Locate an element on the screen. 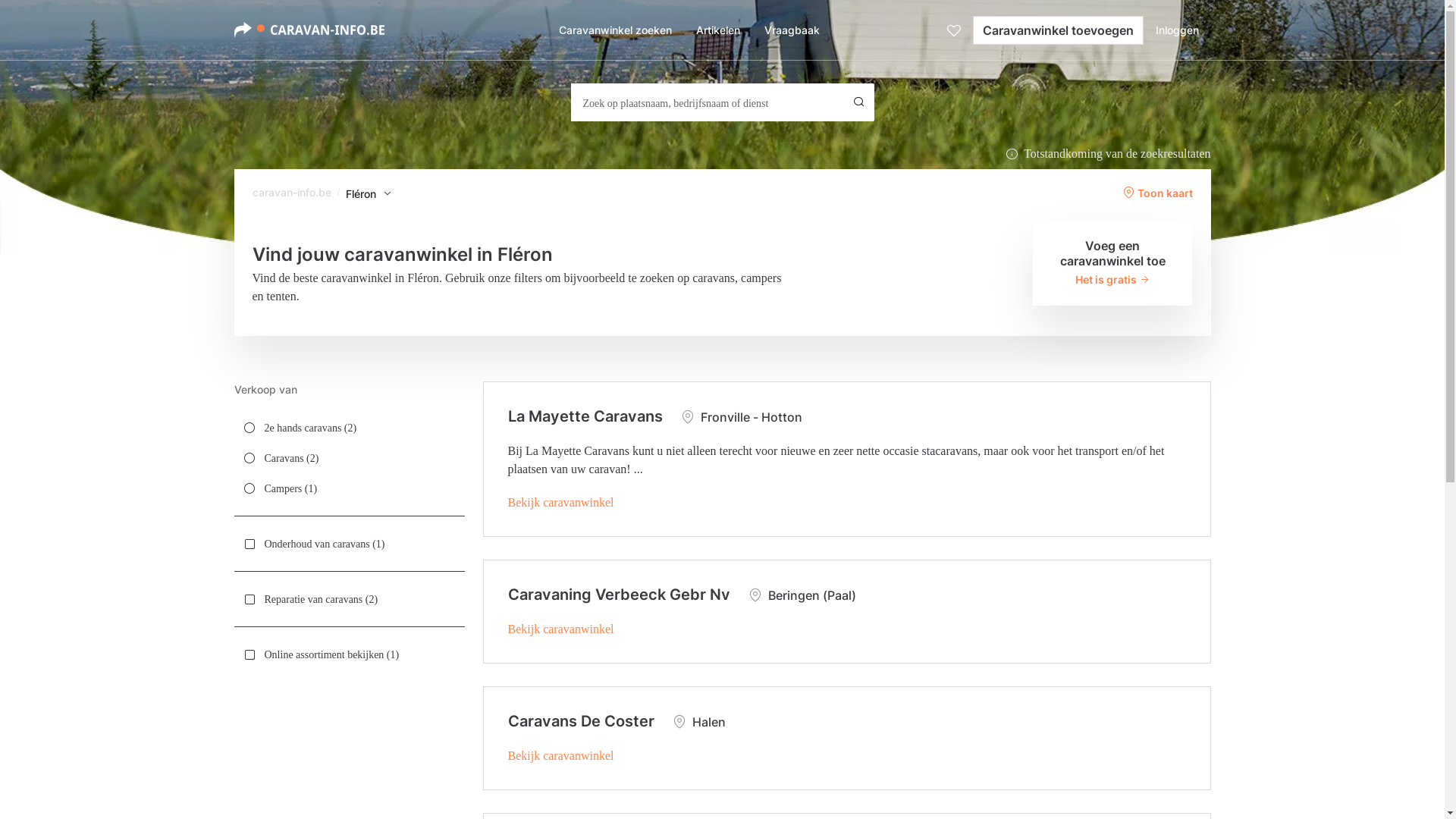 Image resolution: width=1456 pixels, height=819 pixels. 'Caravaning Verbeeck Gebr Nv' is located at coordinates (619, 593).